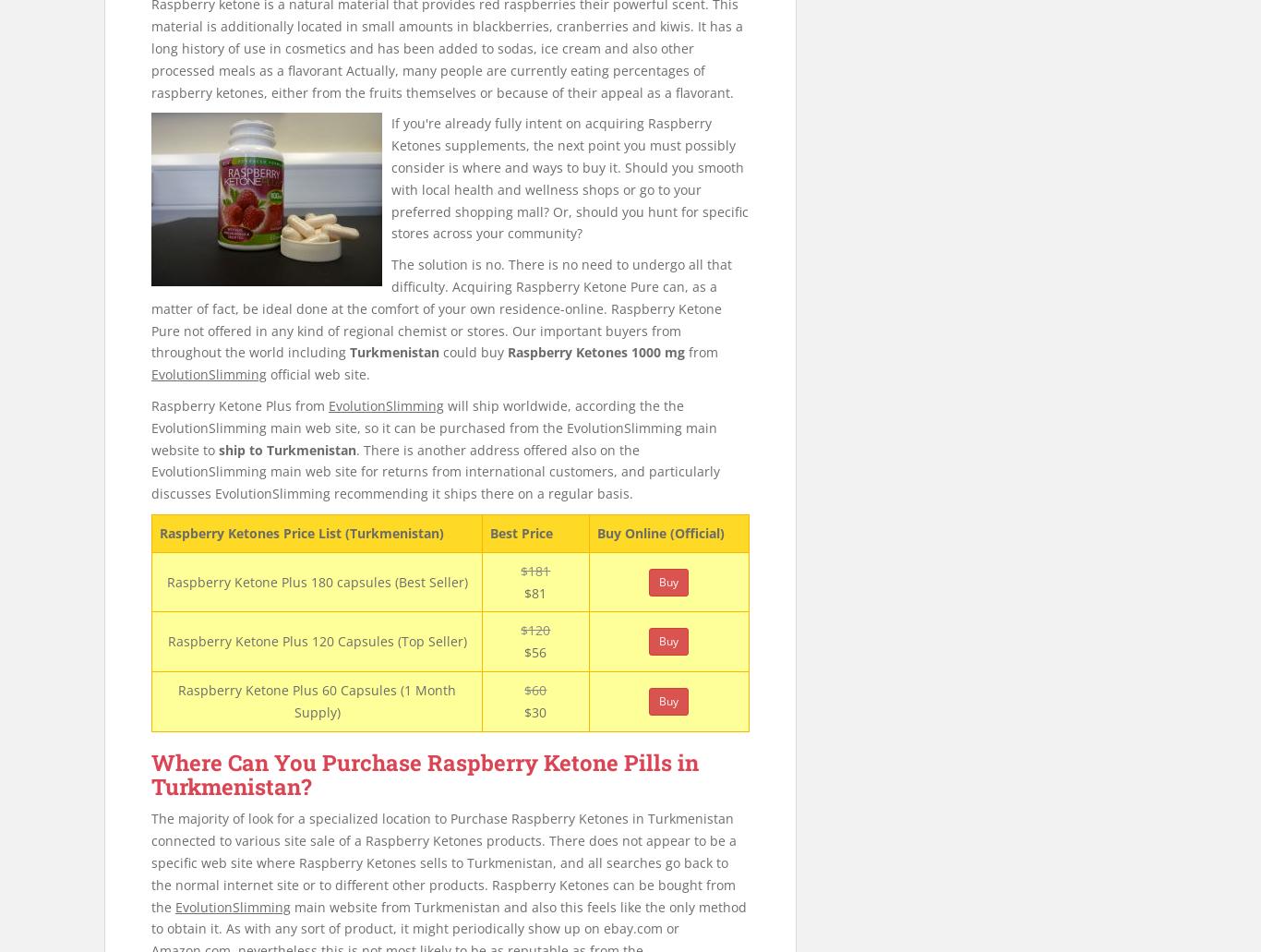 The image size is (1261, 952). I want to click on '$60', so click(534, 688).